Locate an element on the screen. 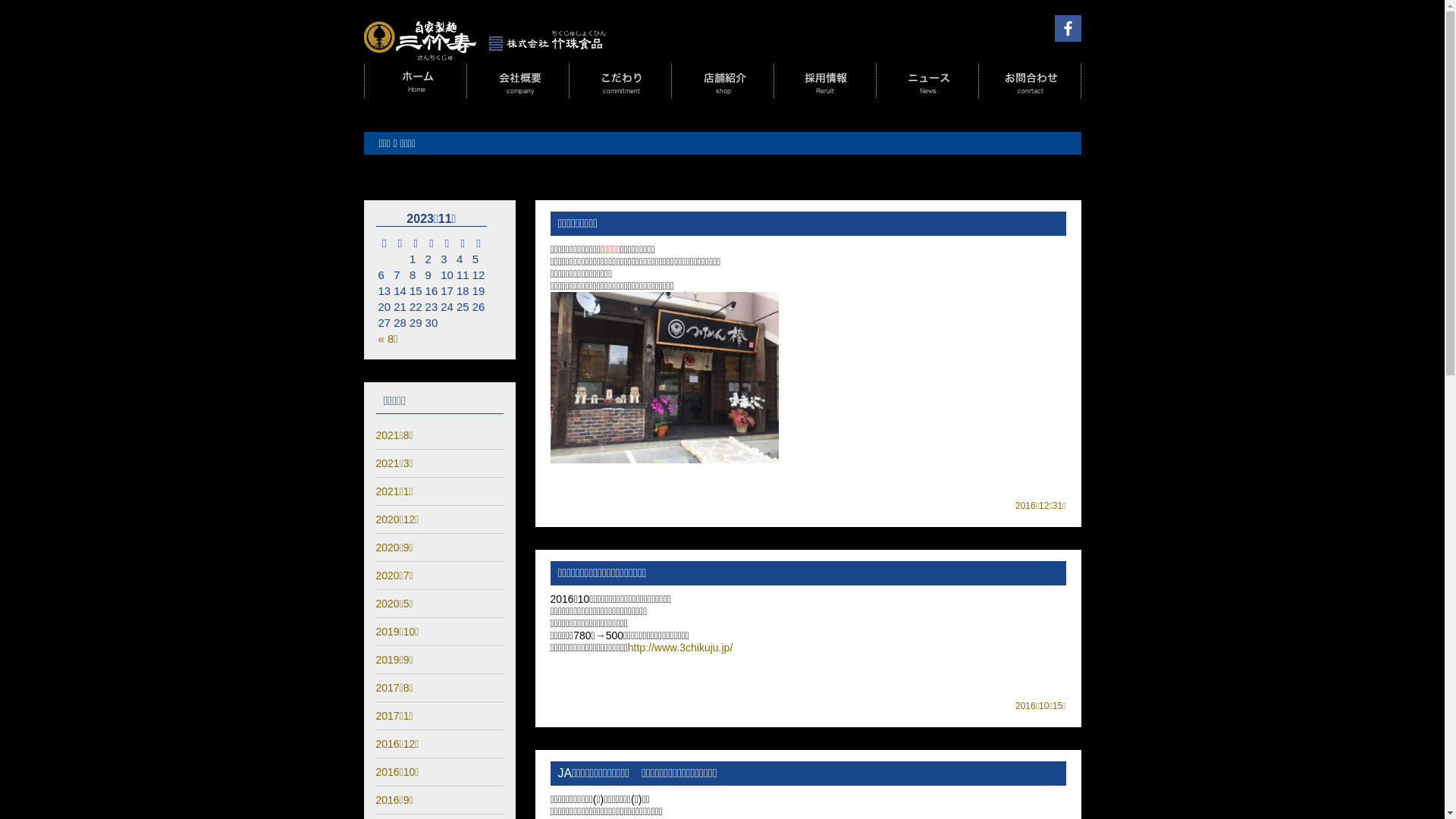 This screenshot has height=819, width=1456. 'http://www.3chikuju.jp/' is located at coordinates (628, 647).